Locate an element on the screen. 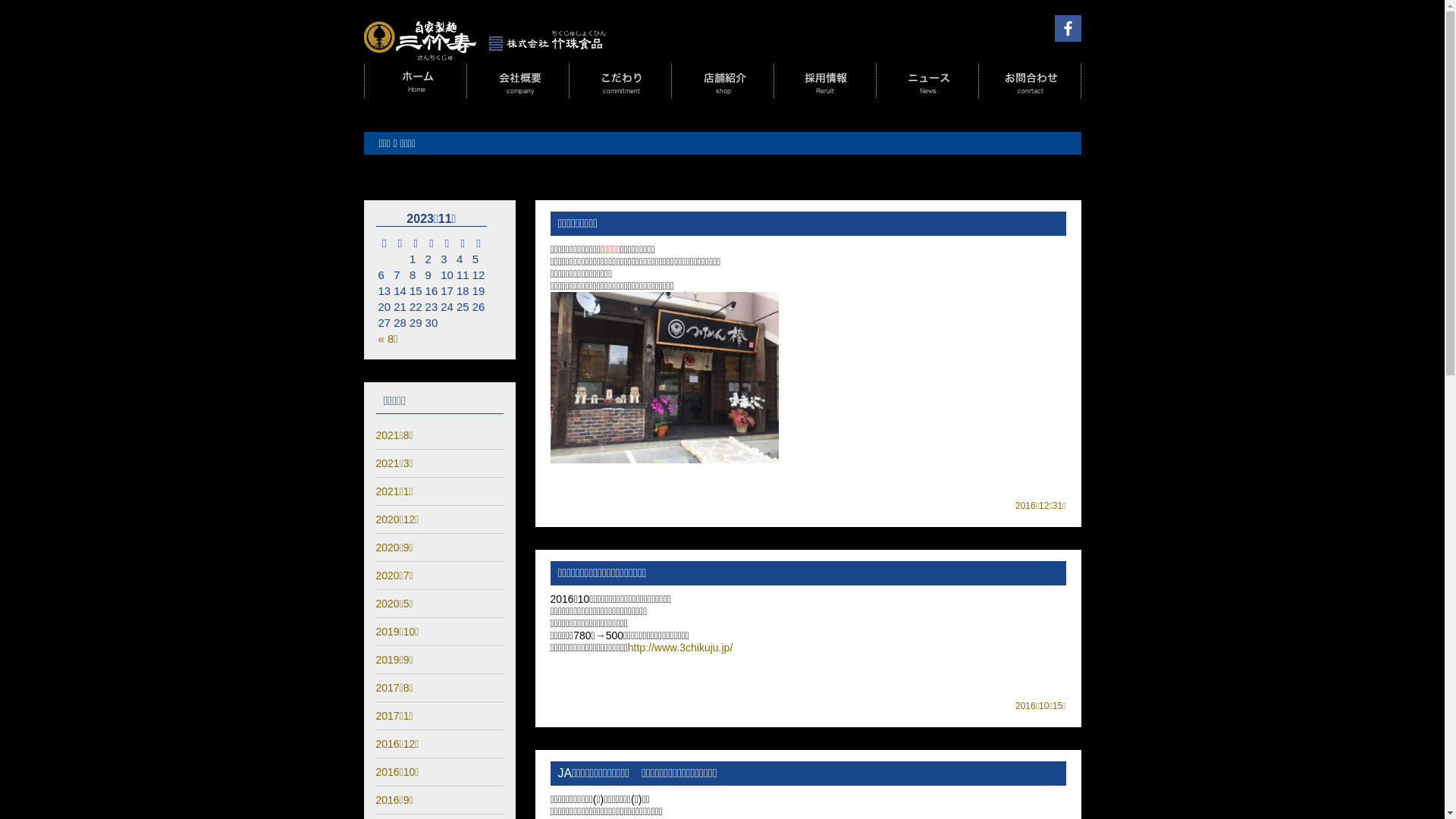 This screenshot has height=819, width=1456. 'http://www.3chikuju.jp/' is located at coordinates (628, 647).